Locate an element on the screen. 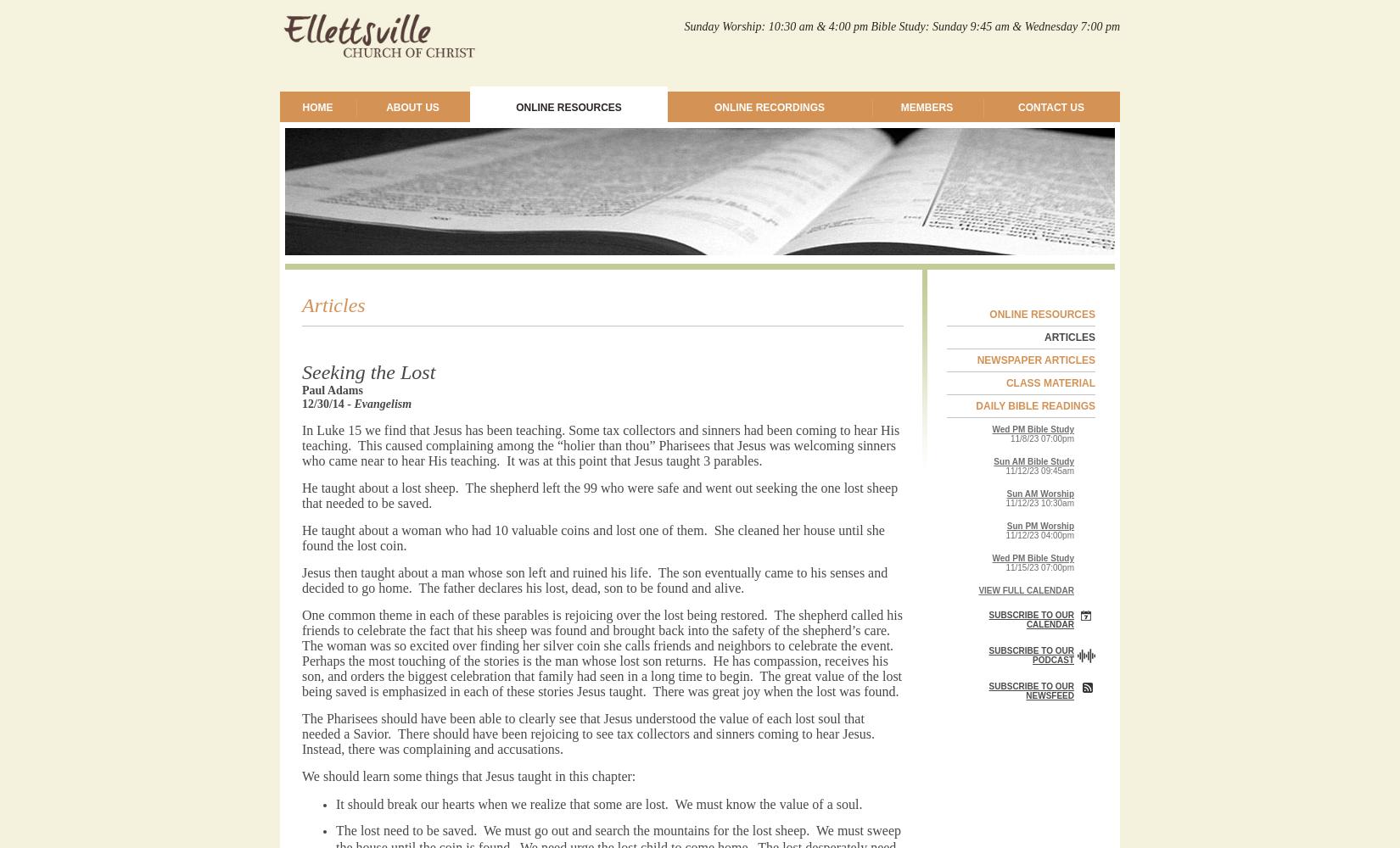 This screenshot has height=848, width=1400. 'Daily Bible Readings' is located at coordinates (1035, 405).